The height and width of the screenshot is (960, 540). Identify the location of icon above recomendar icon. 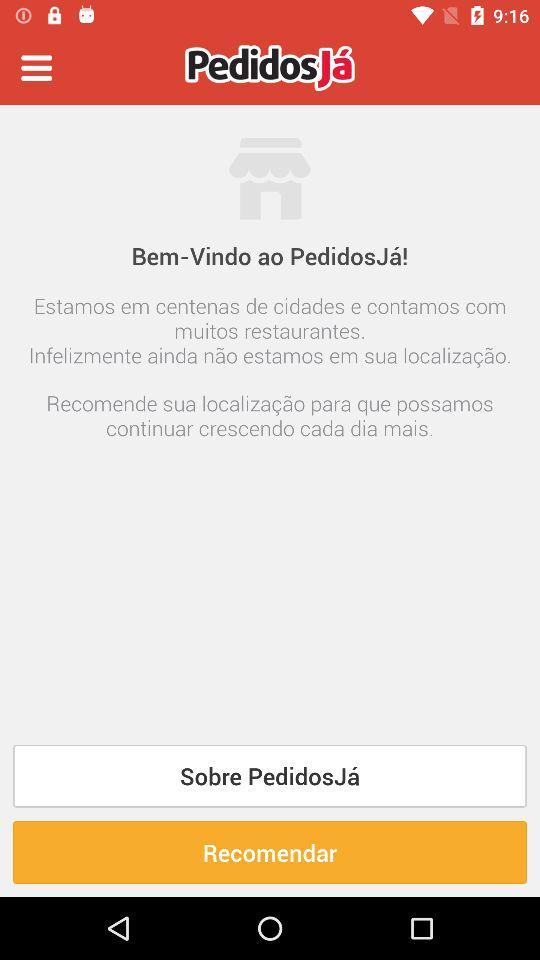
(270, 775).